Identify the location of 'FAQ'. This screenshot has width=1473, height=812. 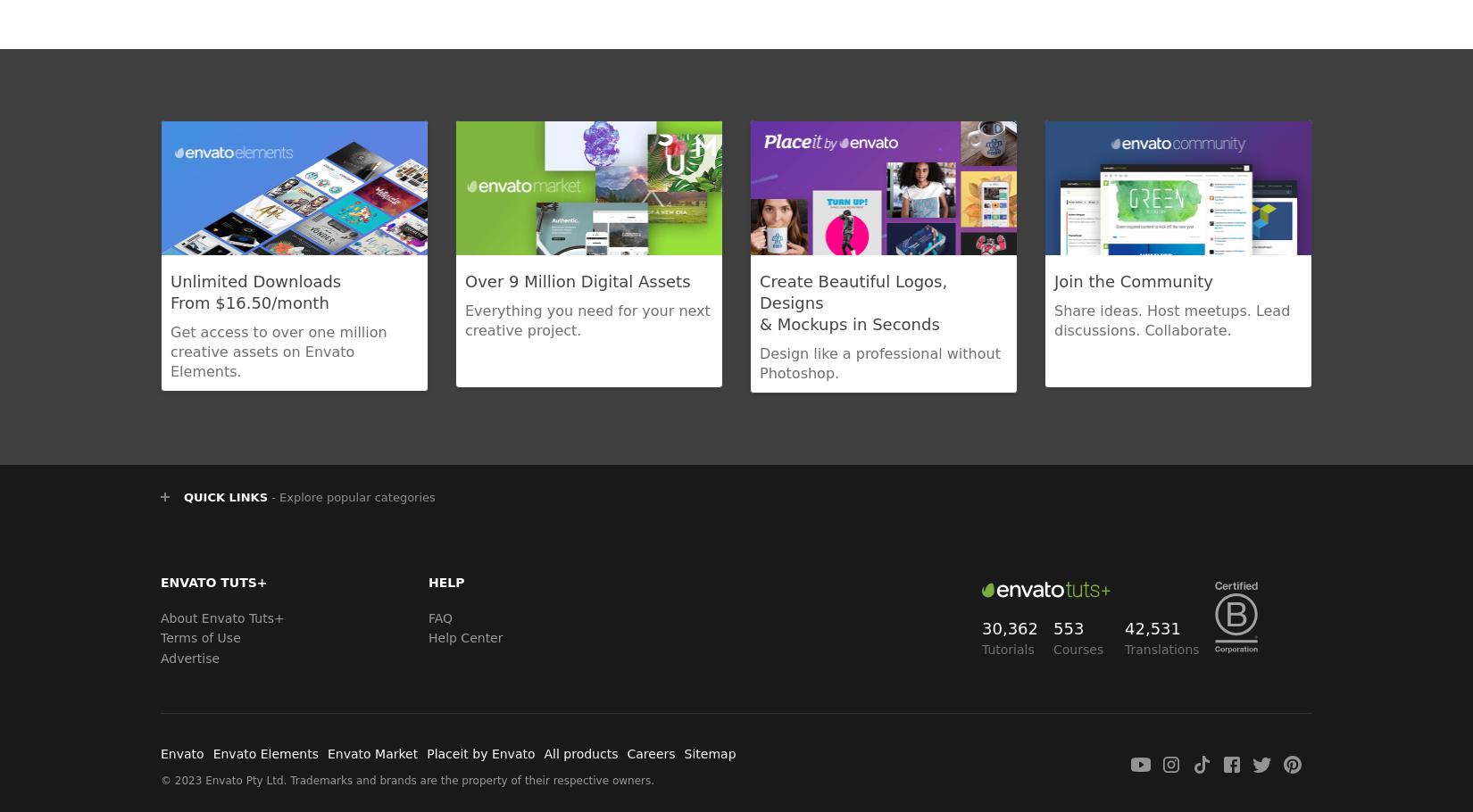
(427, 617).